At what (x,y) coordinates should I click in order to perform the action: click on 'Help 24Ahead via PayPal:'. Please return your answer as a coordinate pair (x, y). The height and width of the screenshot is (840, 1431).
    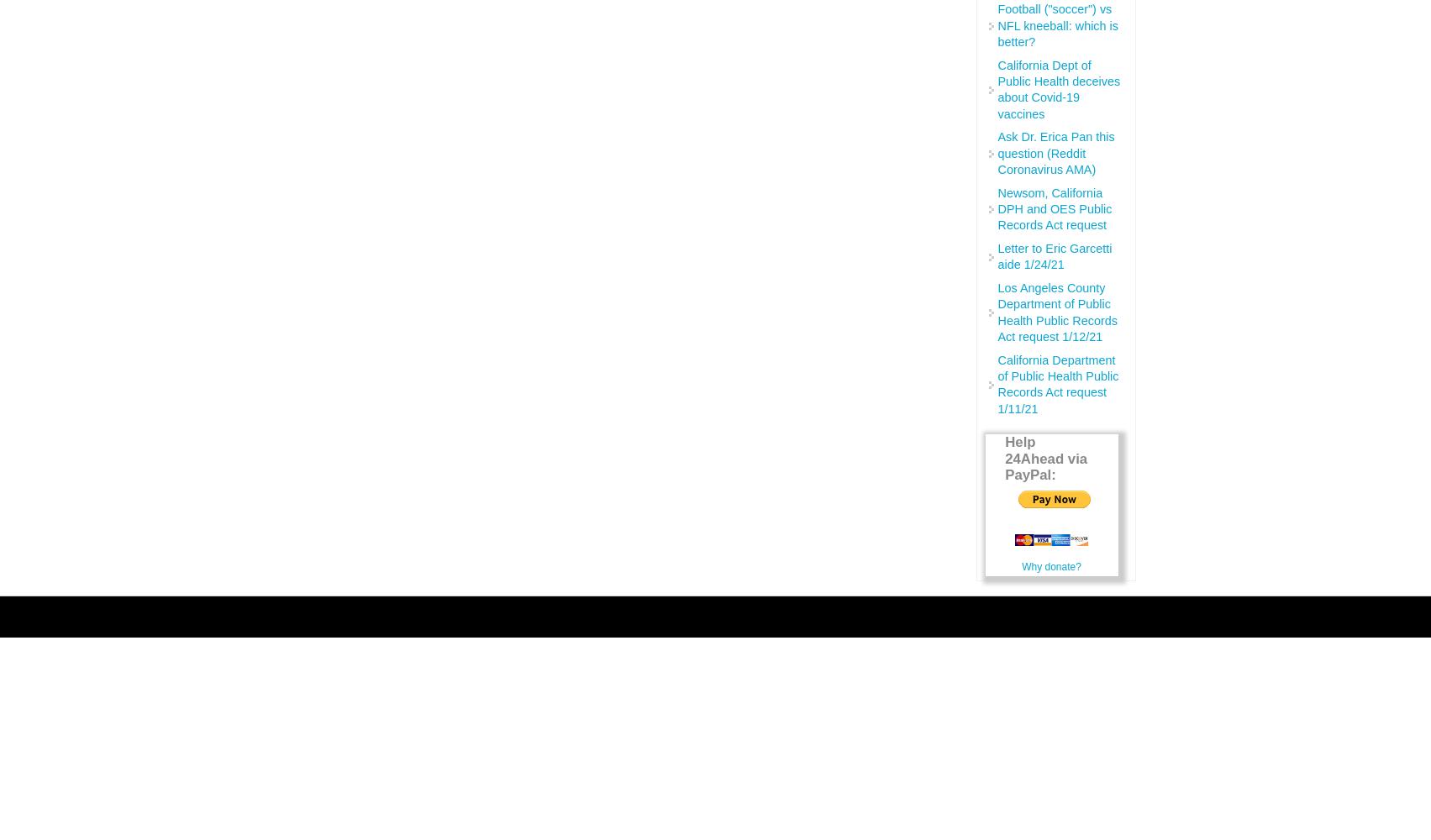
    Looking at the image, I should click on (1004, 459).